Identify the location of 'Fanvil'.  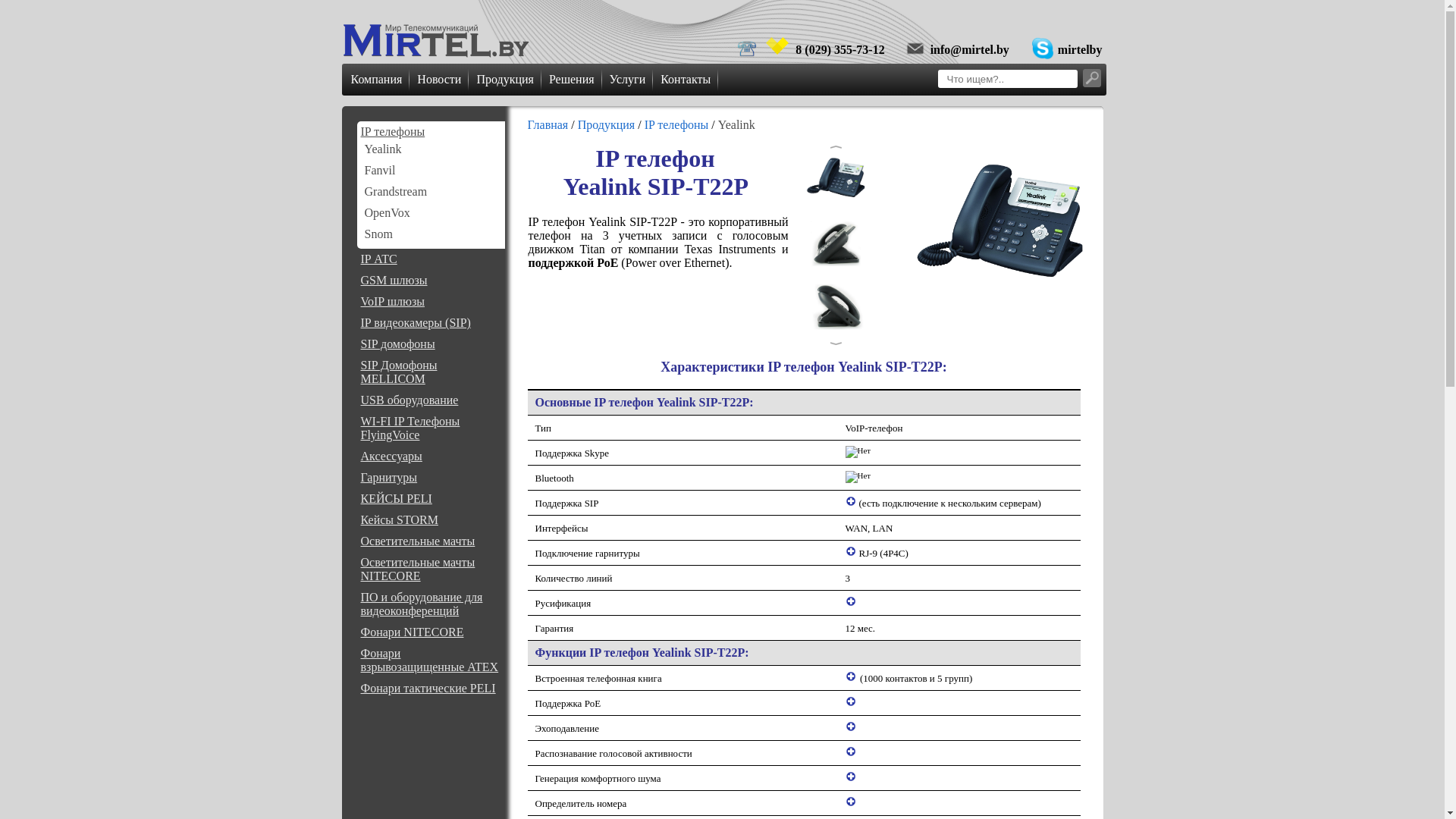
(379, 170).